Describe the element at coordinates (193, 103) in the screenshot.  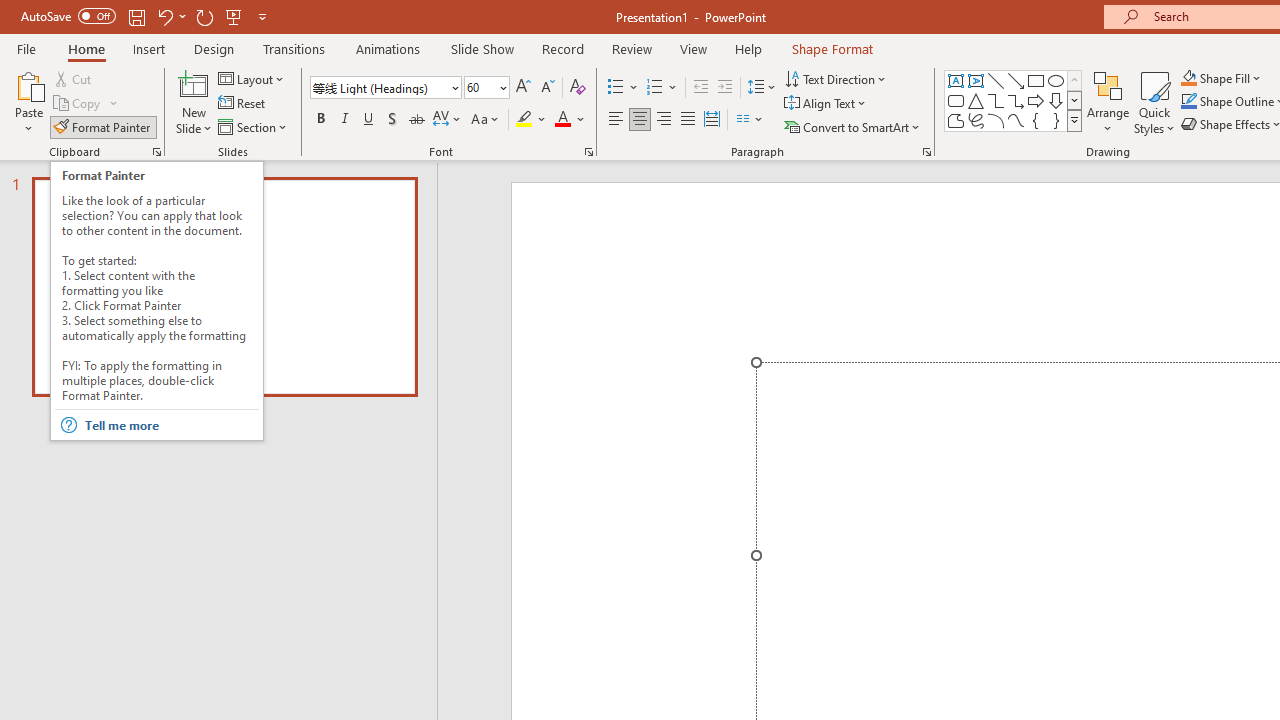
I see `'New Slide'` at that location.